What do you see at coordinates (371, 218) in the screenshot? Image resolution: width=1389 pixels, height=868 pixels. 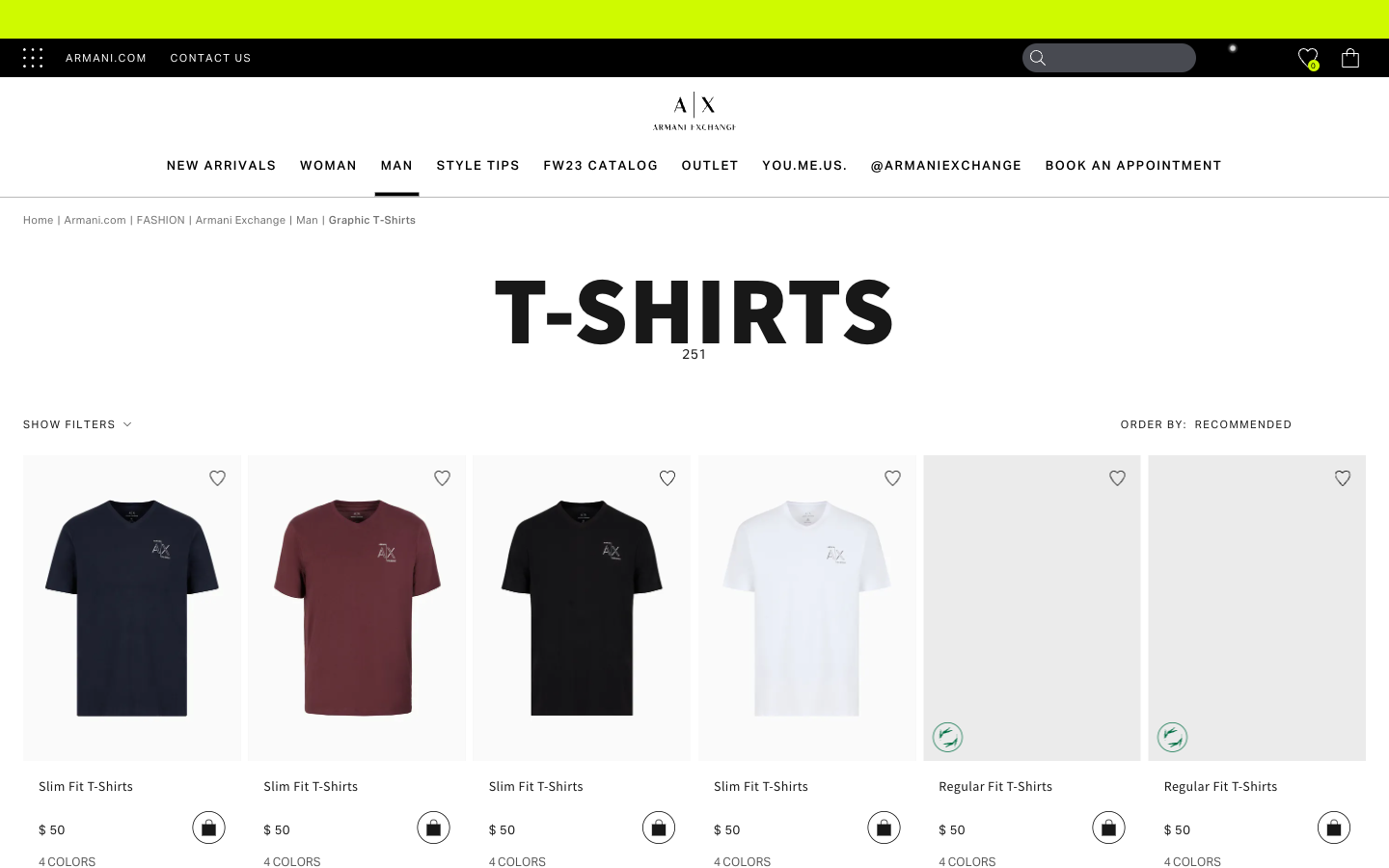 I see `the Graphic T-shirts category from the provided options` at bounding box center [371, 218].